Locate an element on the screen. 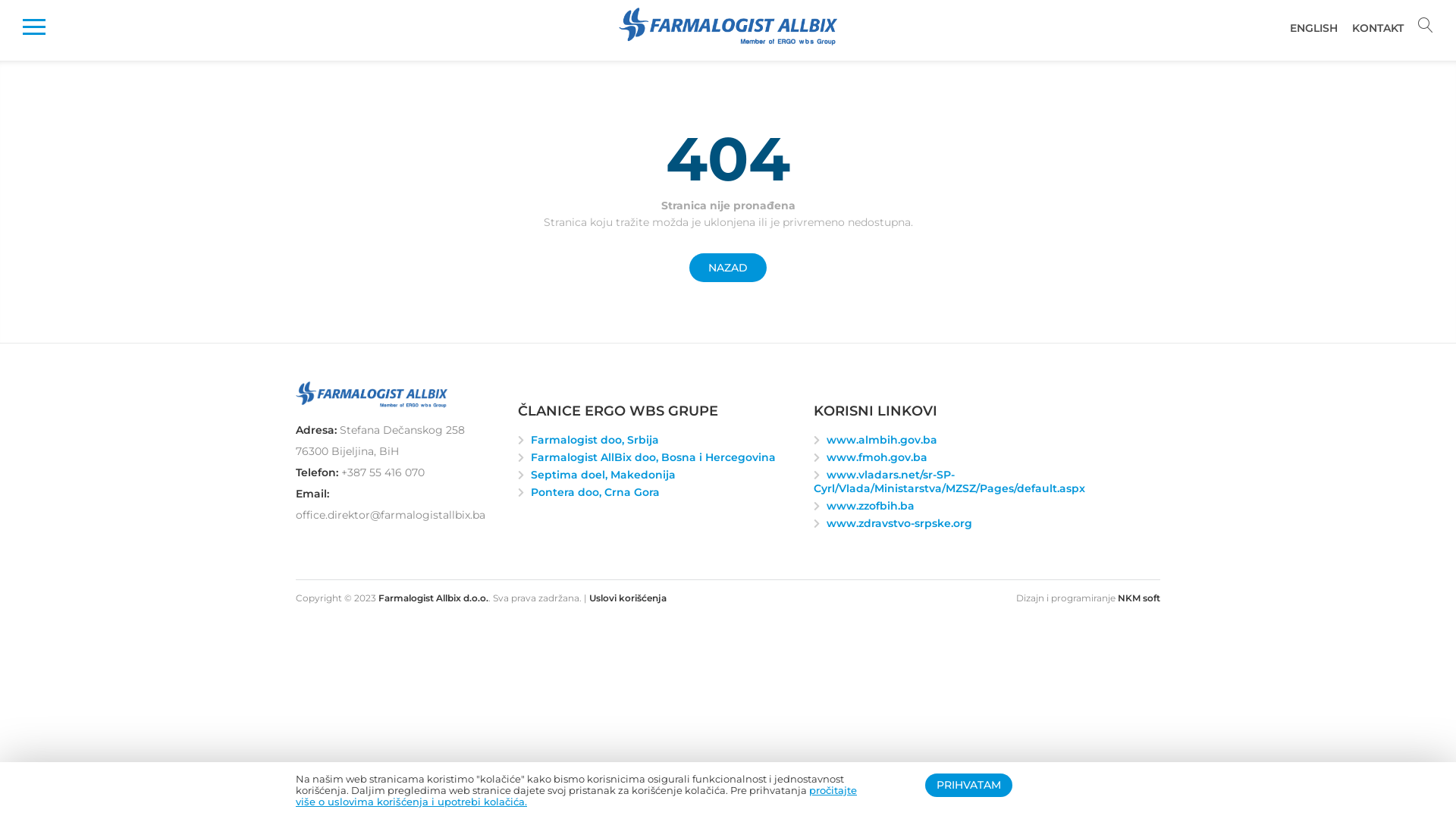 The width and height of the screenshot is (1456, 819). 'Farmalogist AllBix doo, Bosna i Hercegovina' is located at coordinates (653, 456).